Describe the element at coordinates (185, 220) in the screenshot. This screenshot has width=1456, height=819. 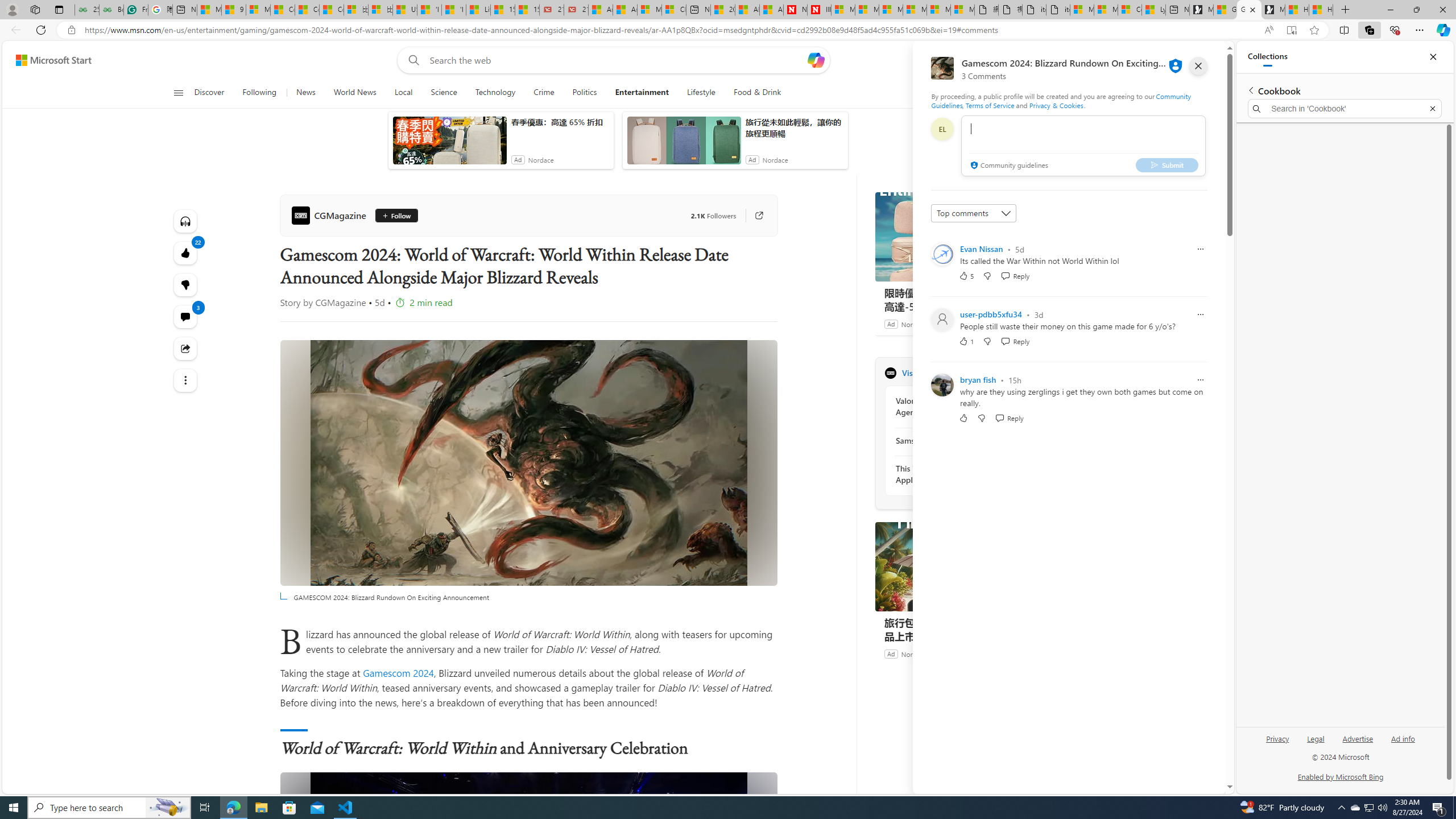
I see `'Listen to this article'` at that location.